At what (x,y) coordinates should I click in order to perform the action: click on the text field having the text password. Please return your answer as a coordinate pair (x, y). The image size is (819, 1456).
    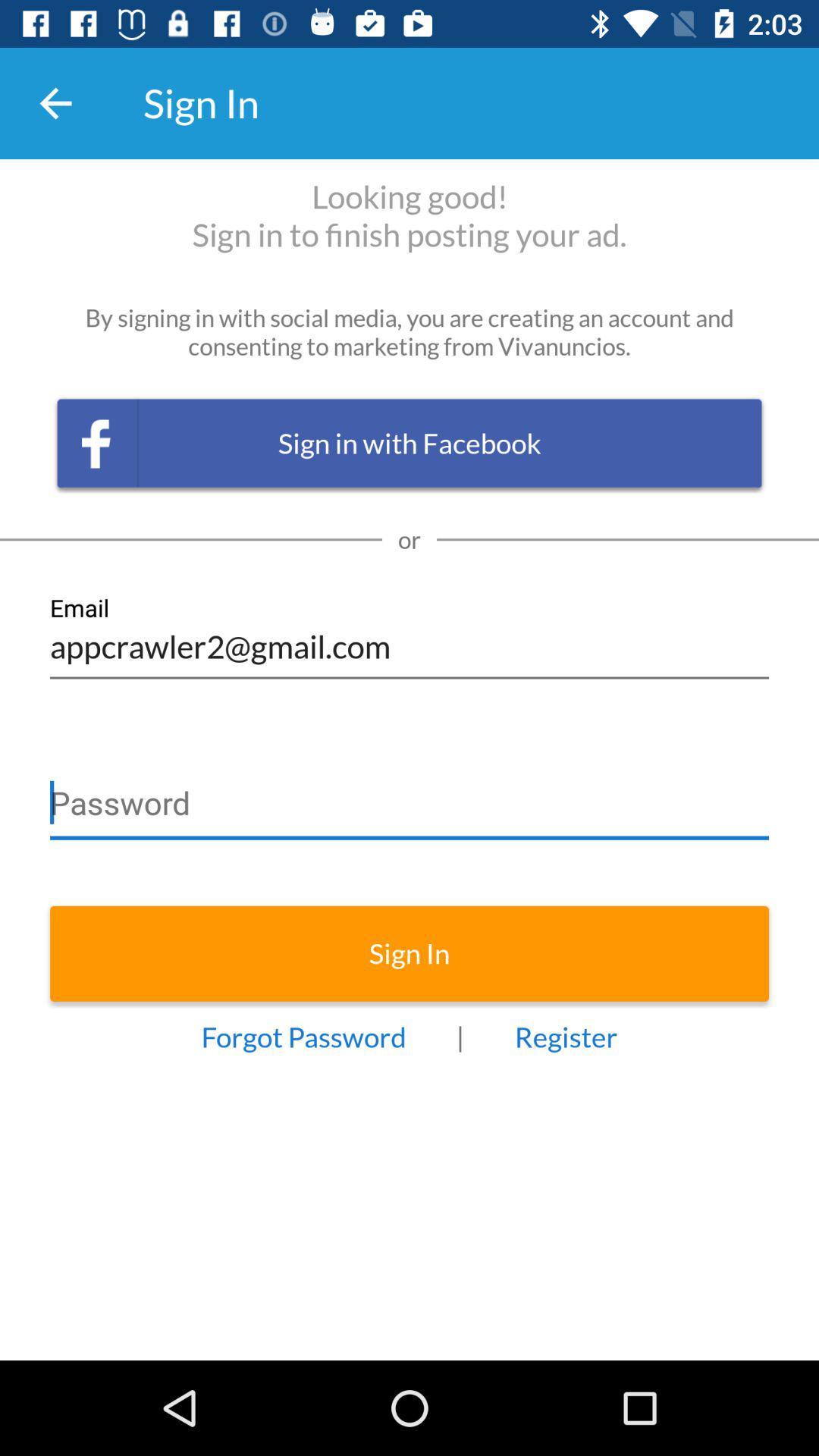
    Looking at the image, I should click on (409, 795).